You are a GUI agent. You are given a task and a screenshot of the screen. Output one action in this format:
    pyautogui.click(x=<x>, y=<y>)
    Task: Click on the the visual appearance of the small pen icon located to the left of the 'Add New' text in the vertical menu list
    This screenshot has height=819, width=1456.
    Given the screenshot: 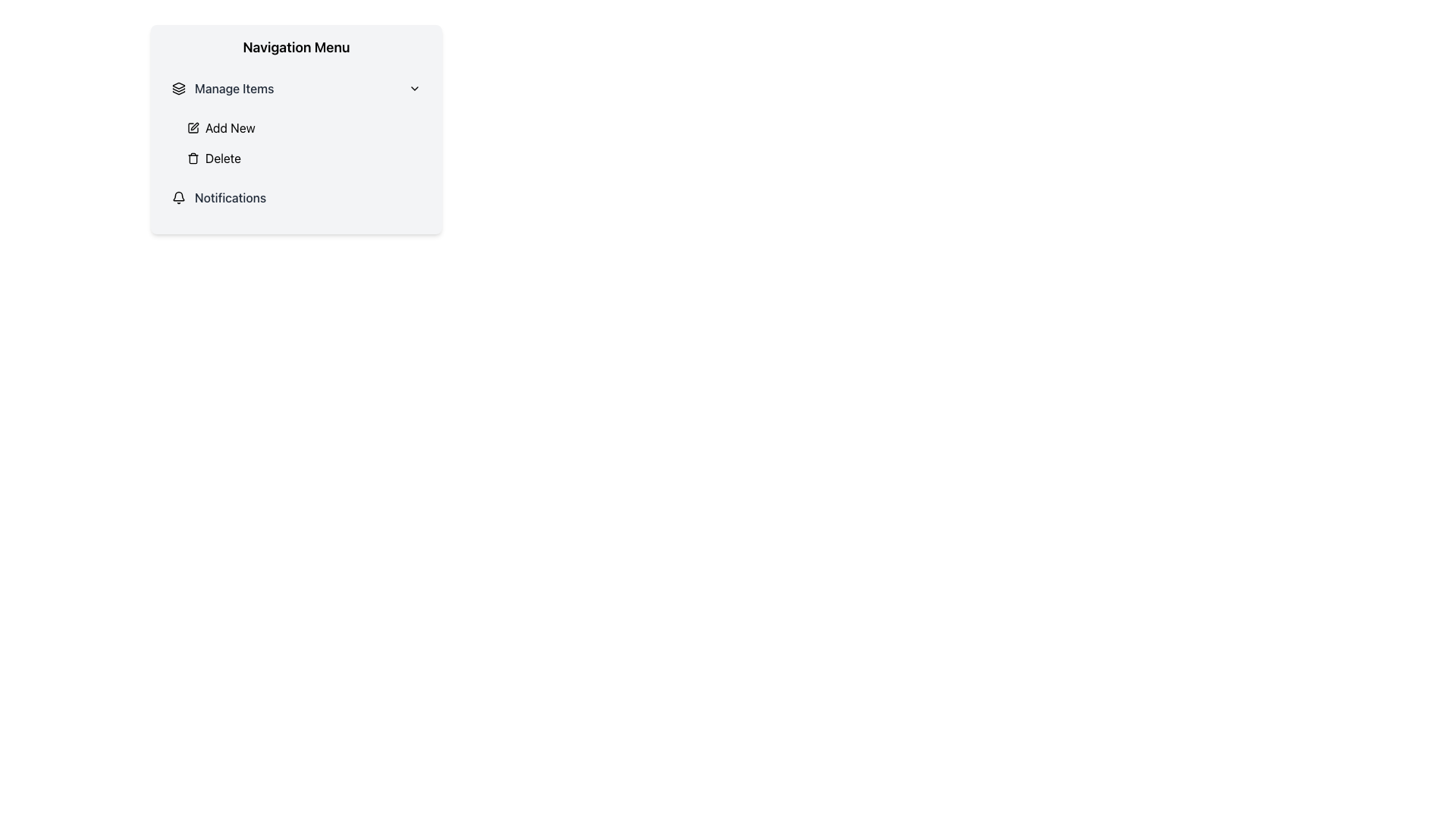 What is the action you would take?
    pyautogui.click(x=192, y=127)
    